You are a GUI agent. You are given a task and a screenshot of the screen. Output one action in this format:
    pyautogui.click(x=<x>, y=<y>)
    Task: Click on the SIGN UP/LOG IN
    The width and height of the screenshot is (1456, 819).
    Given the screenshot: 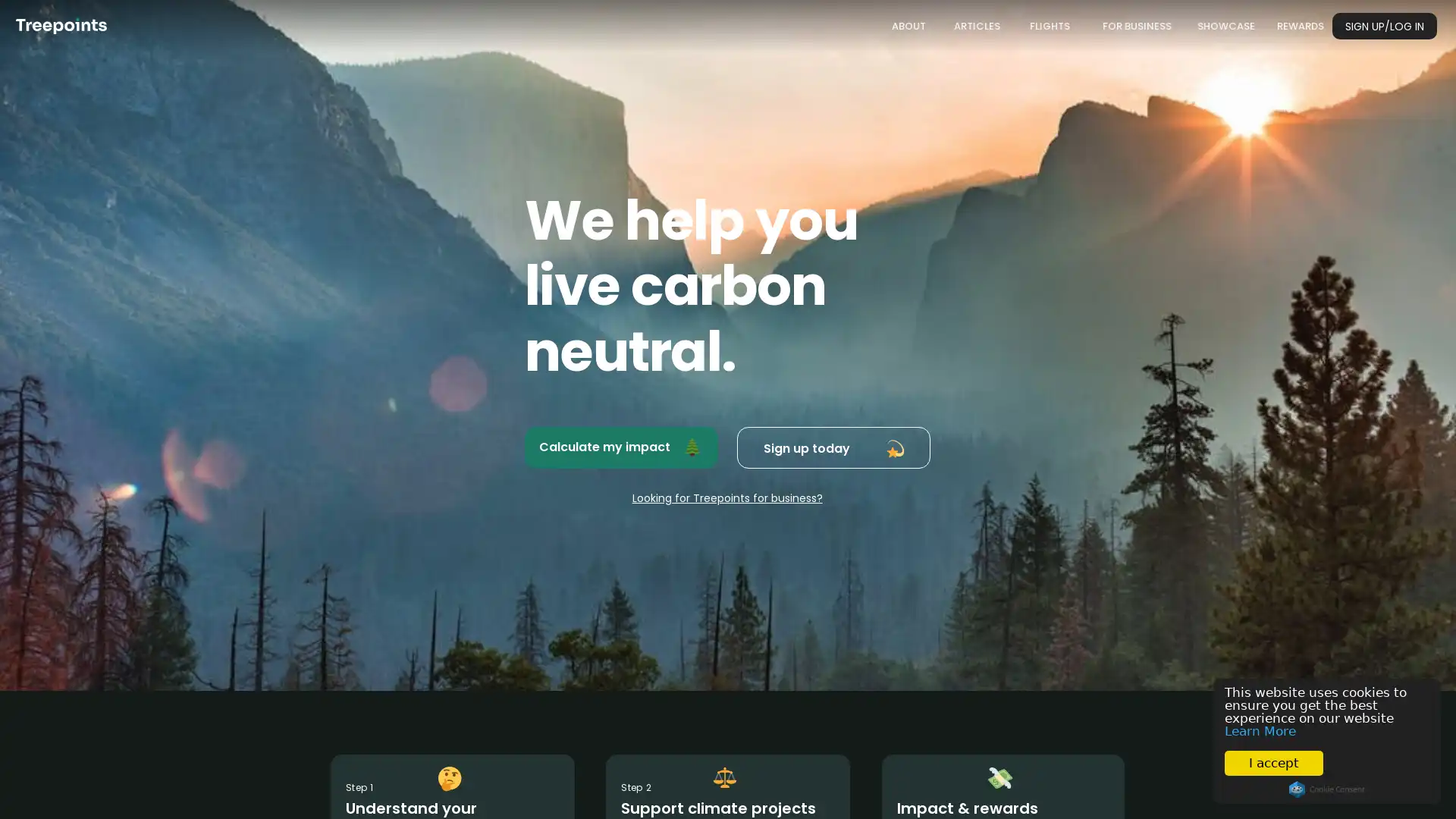 What is the action you would take?
    pyautogui.click(x=1384, y=26)
    